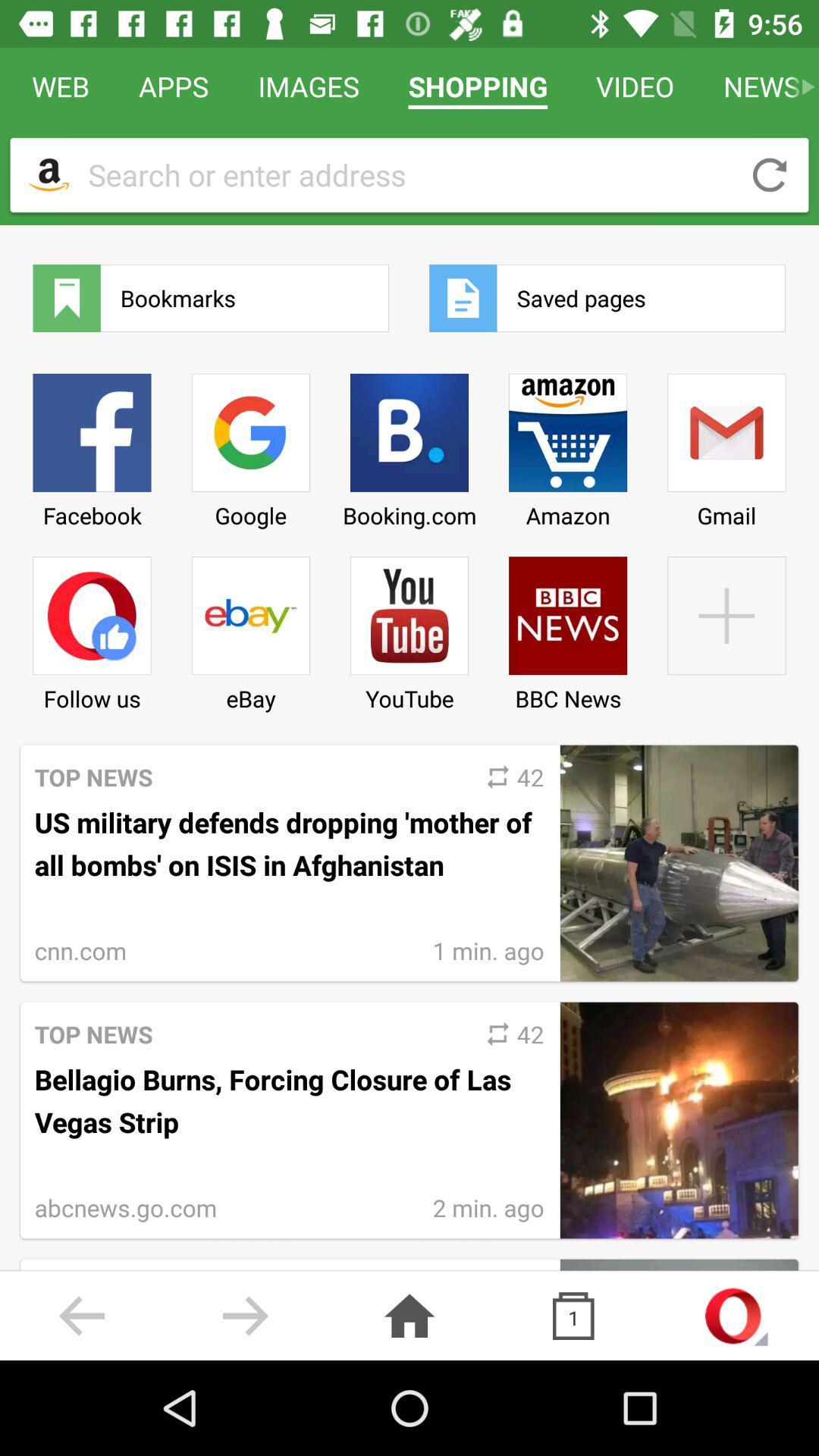 This screenshot has width=819, height=1456. I want to click on the arrow_forward icon, so click(245, 1315).